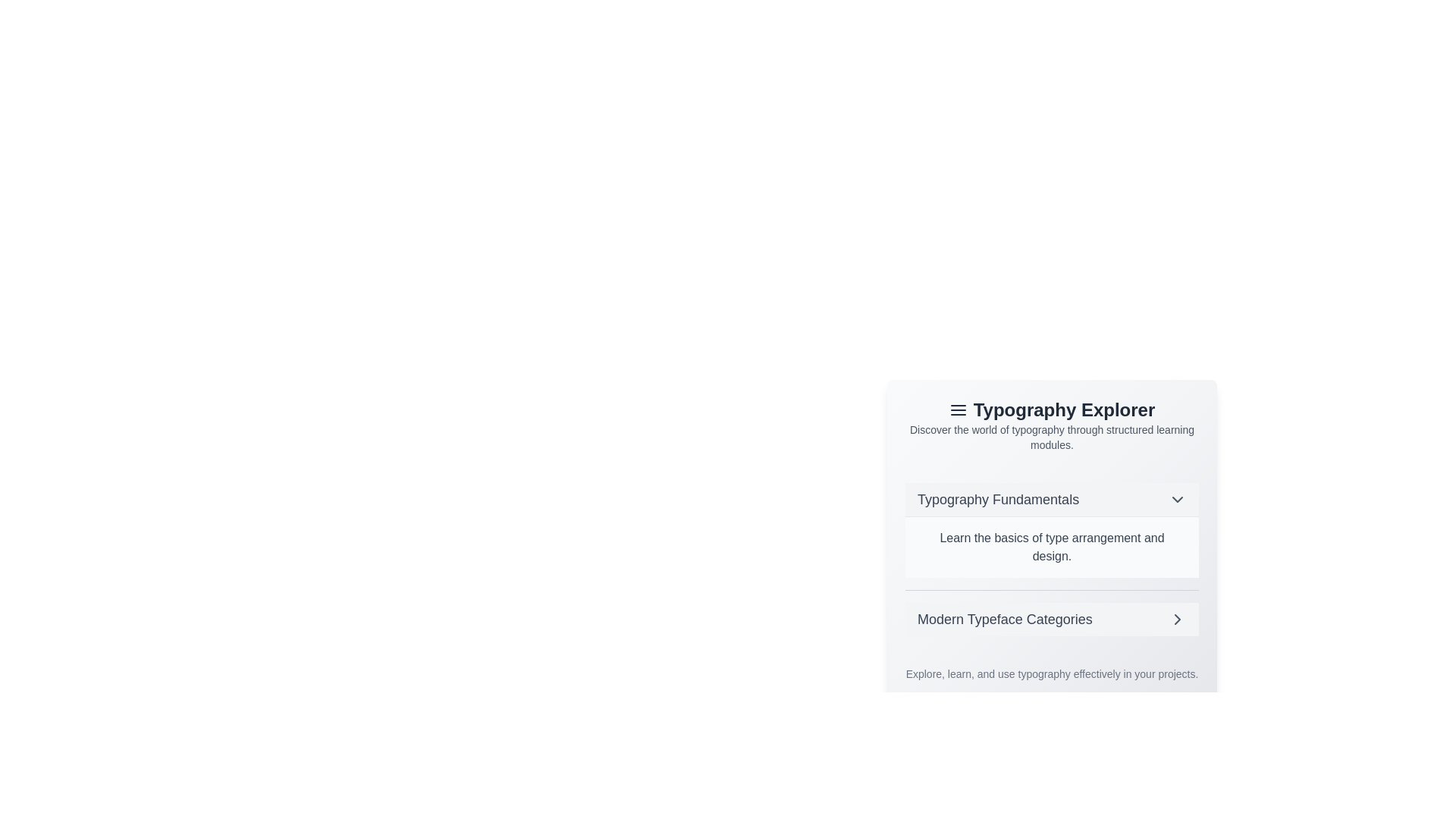  Describe the element at coordinates (1177, 620) in the screenshot. I see `the gray chevron-shaped navigation icon located to the far right of the 'Modern Typeface Categories' label` at that location.